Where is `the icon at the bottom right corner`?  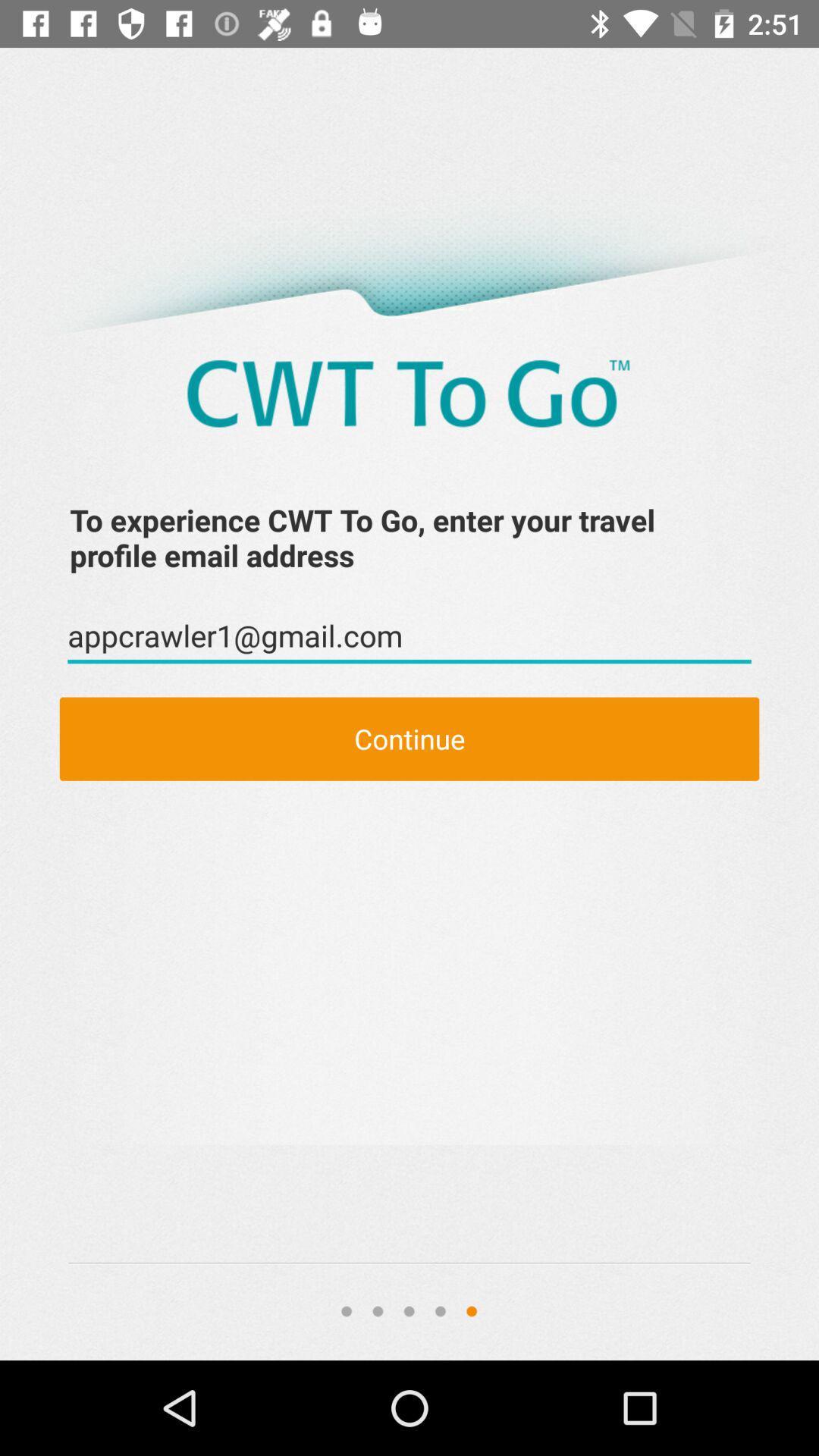 the icon at the bottom right corner is located at coordinates (736, 1310).